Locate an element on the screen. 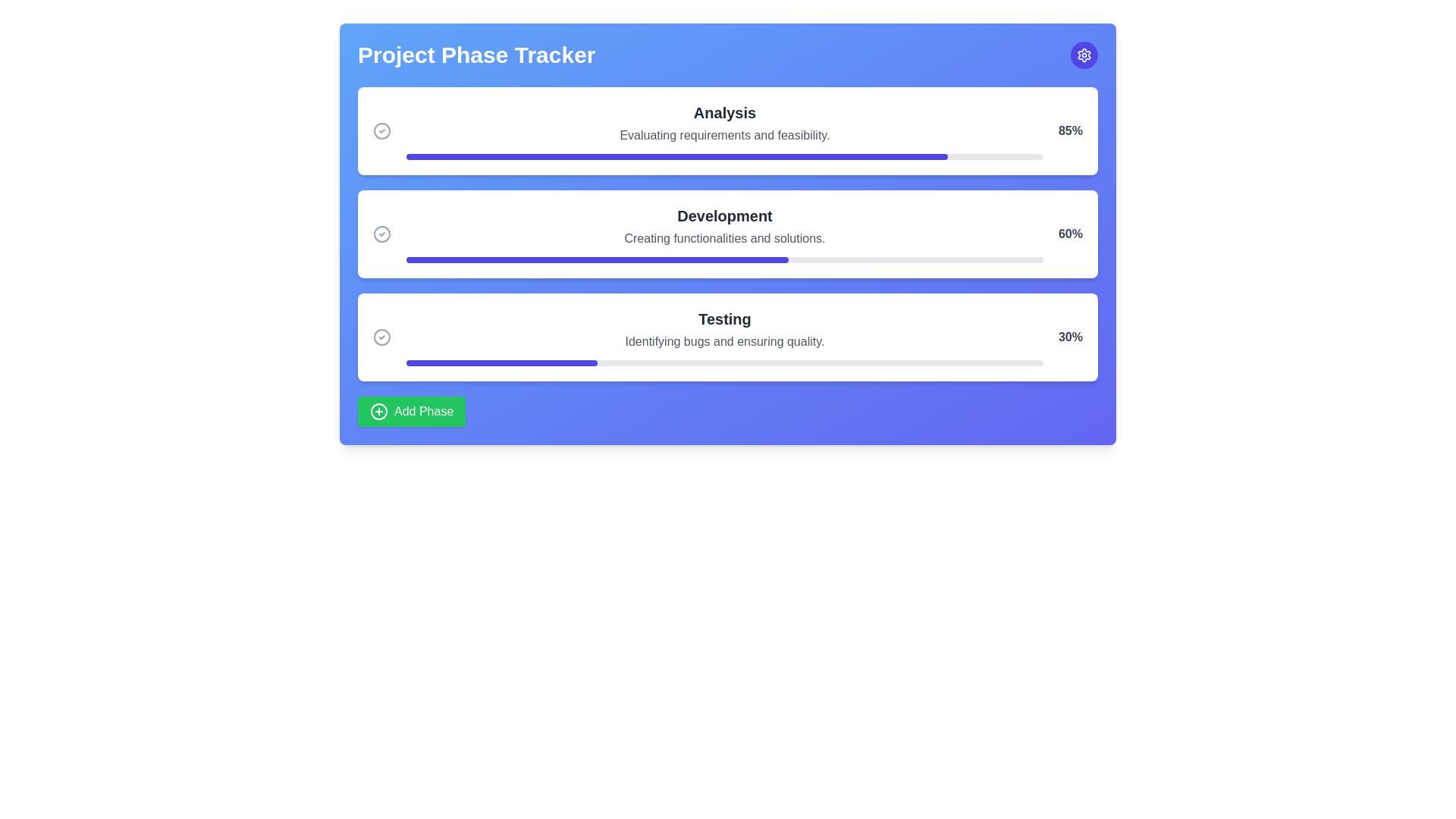  the button located near the bottom-left corner of the main section, below the 'Testing' progress bar is located at coordinates (412, 412).